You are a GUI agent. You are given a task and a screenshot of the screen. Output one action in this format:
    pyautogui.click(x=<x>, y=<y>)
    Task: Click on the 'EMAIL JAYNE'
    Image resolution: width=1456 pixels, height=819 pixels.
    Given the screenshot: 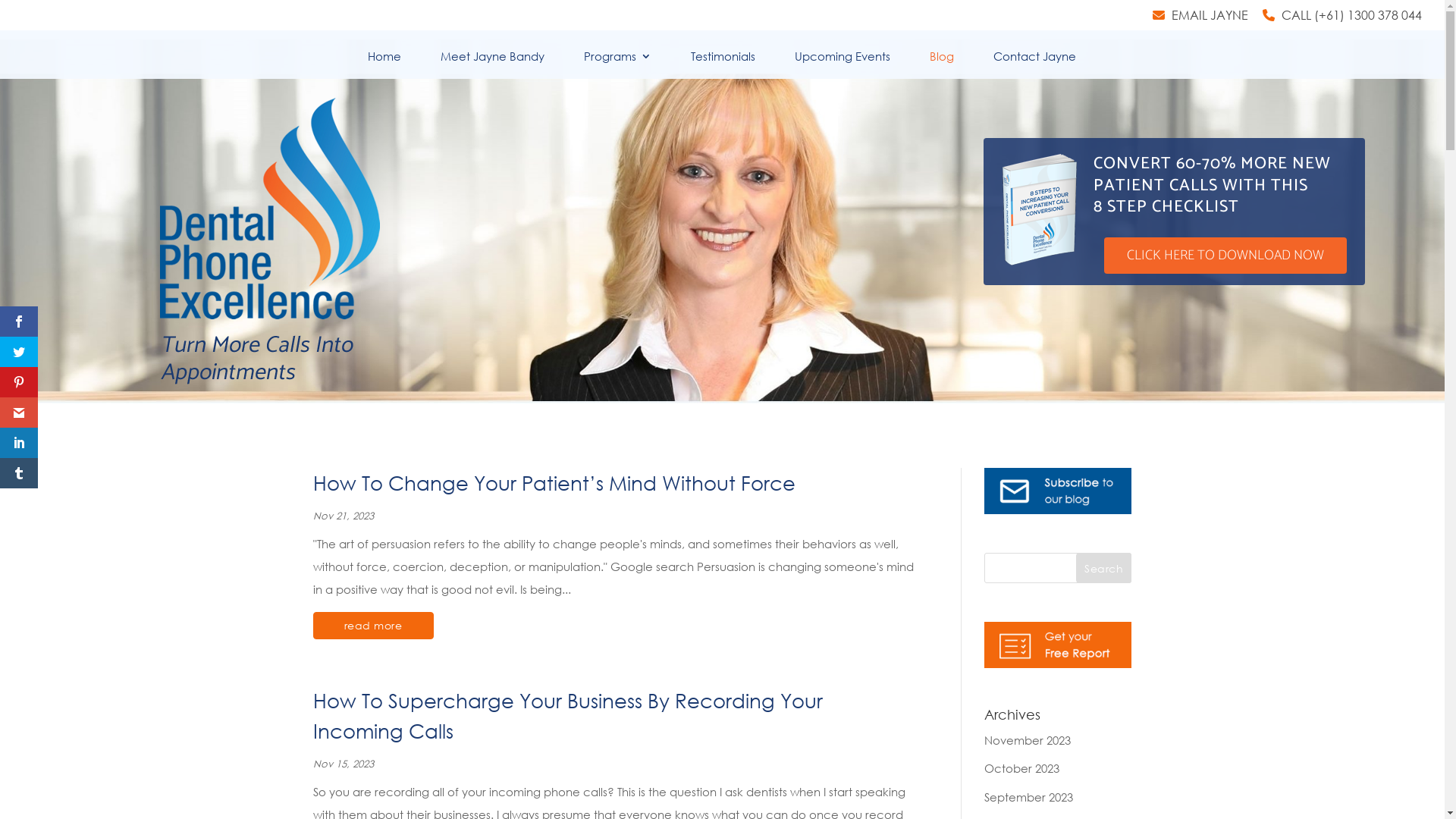 What is the action you would take?
    pyautogui.click(x=1200, y=20)
    